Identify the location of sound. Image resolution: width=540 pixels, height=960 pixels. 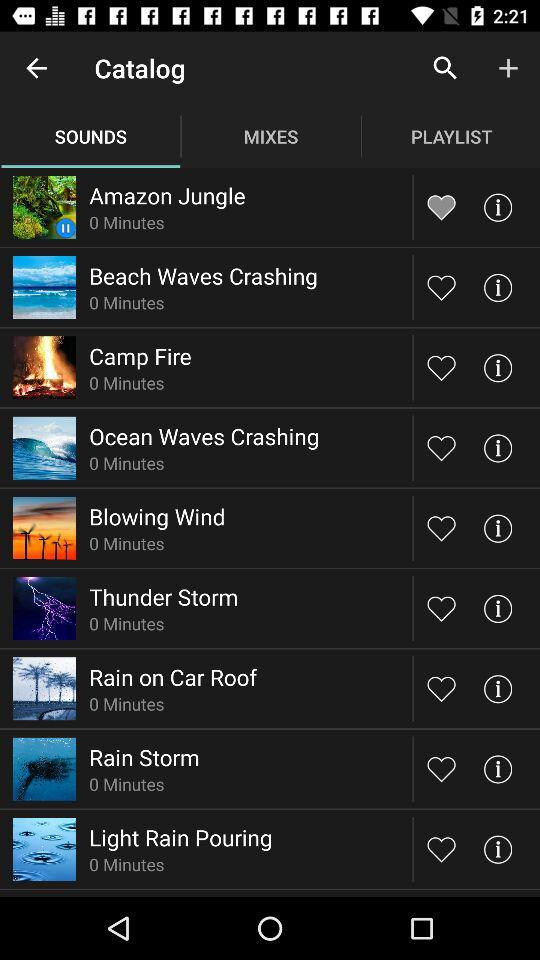
(441, 688).